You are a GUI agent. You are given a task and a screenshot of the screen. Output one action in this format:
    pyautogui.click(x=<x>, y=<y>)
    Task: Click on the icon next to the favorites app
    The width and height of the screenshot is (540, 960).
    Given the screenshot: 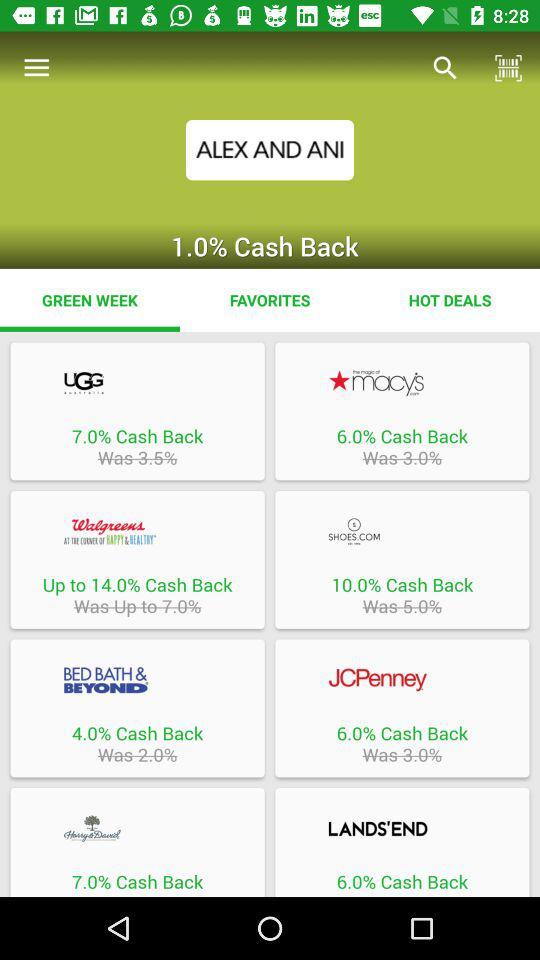 What is the action you would take?
    pyautogui.click(x=449, y=299)
    